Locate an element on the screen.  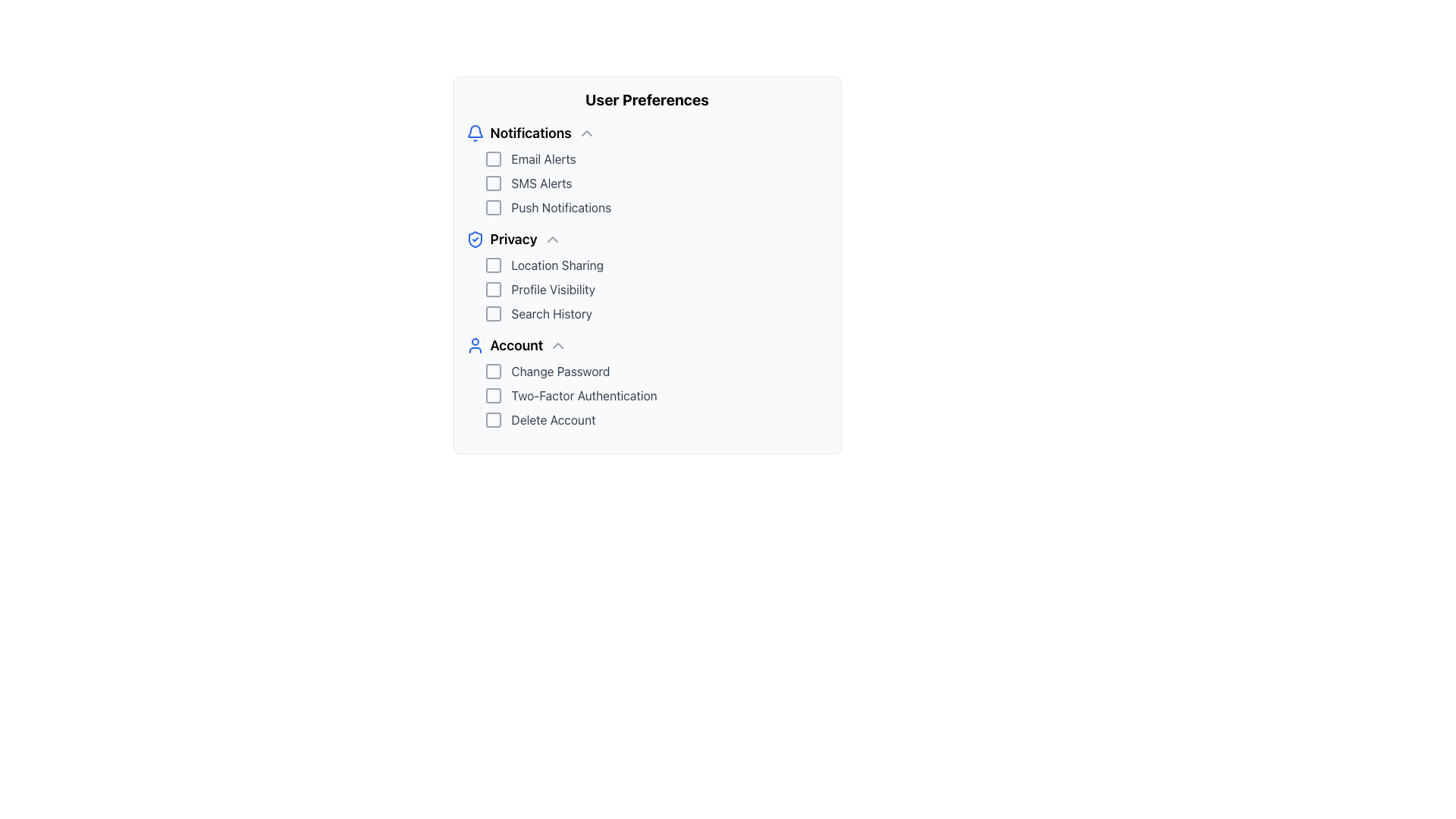
text of the 'Notifications' label in the User Preferences panel, which is the first item in the section and is located between a bell icon and a chevron icon is located at coordinates (531, 133).